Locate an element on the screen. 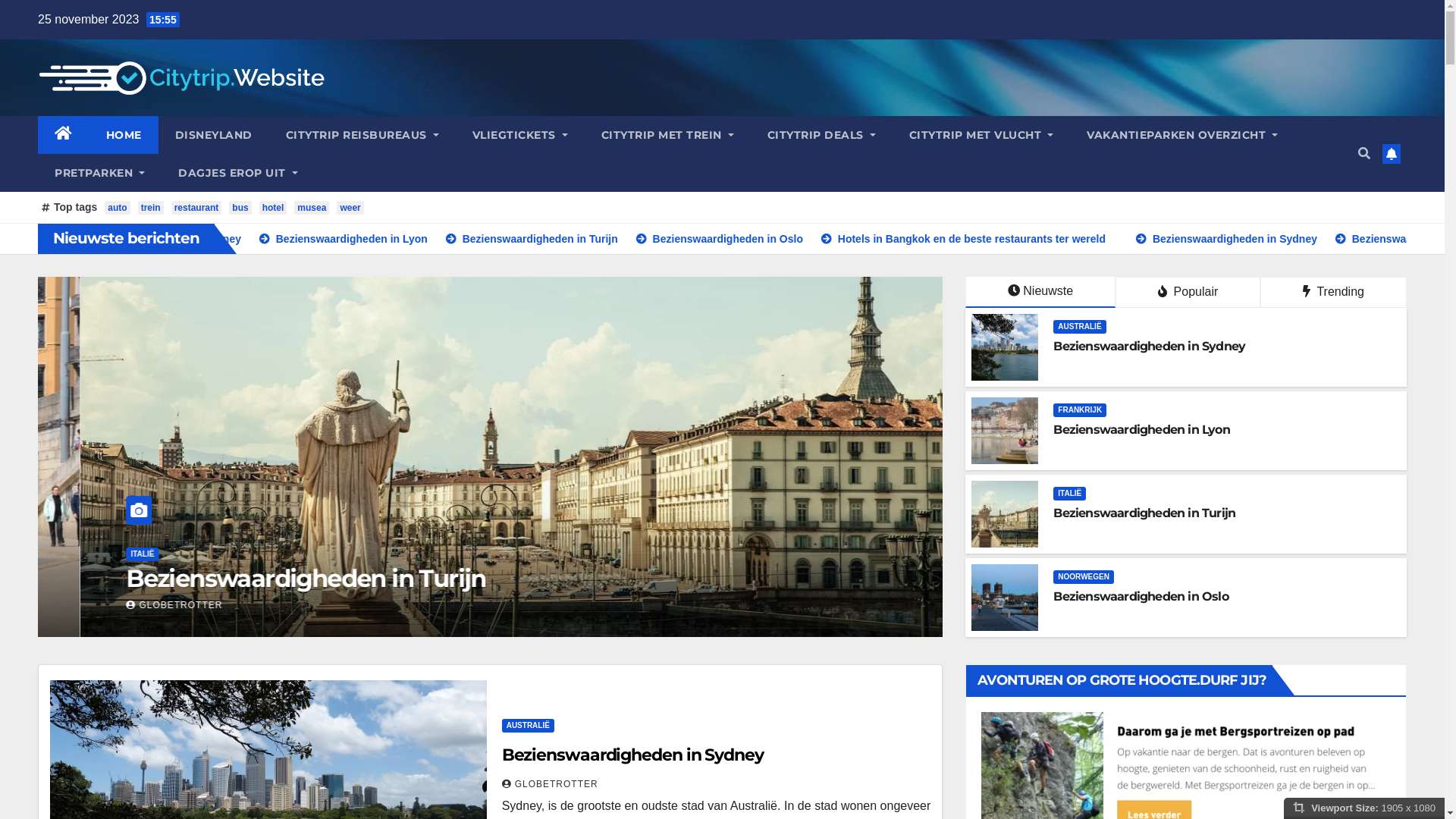  'Bezienswaardigheden in Oslo' is located at coordinates (1140, 595).